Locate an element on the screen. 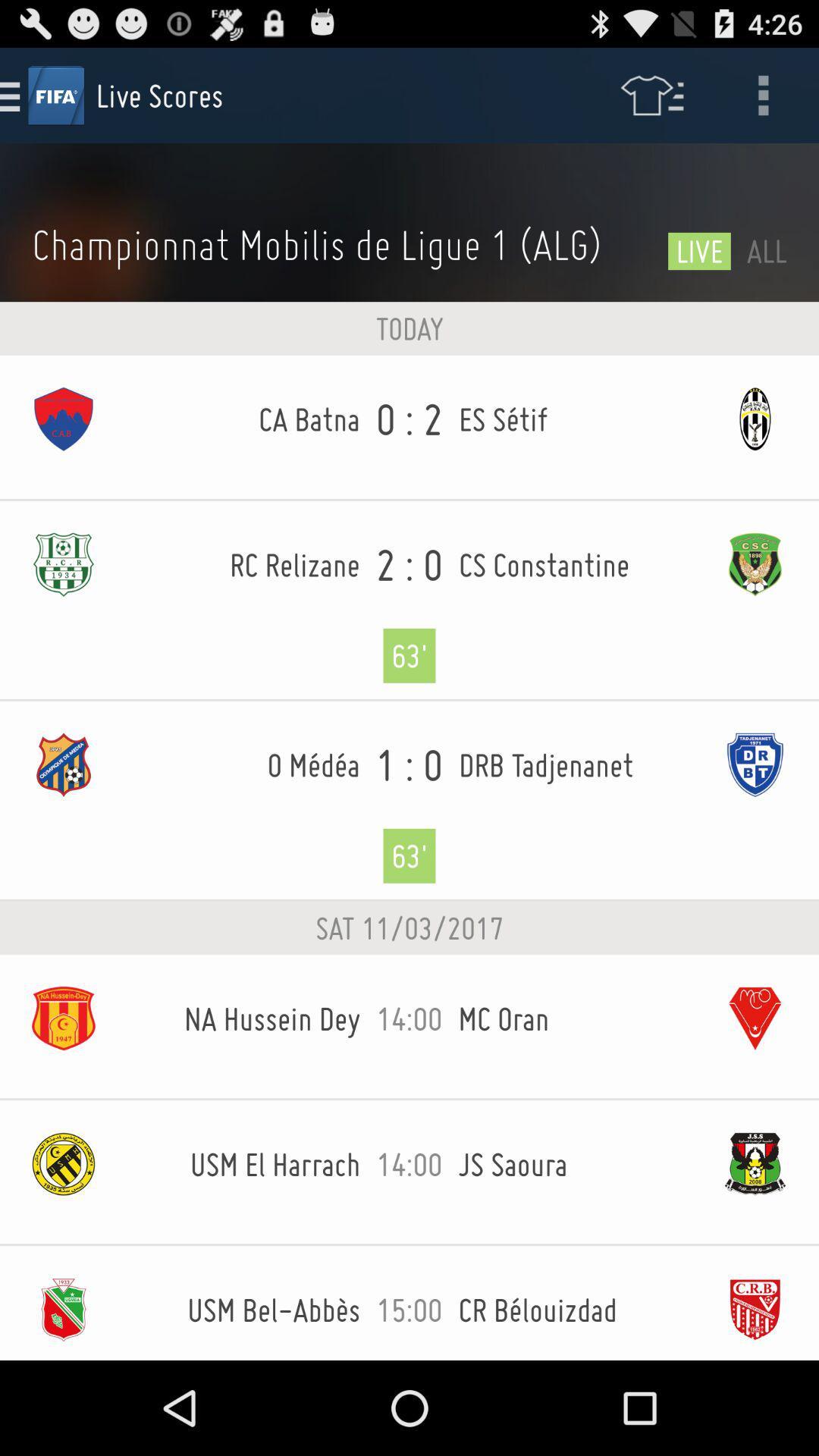 The image size is (819, 1456). the icon next to the 0 : 2 is located at coordinates (575, 419).